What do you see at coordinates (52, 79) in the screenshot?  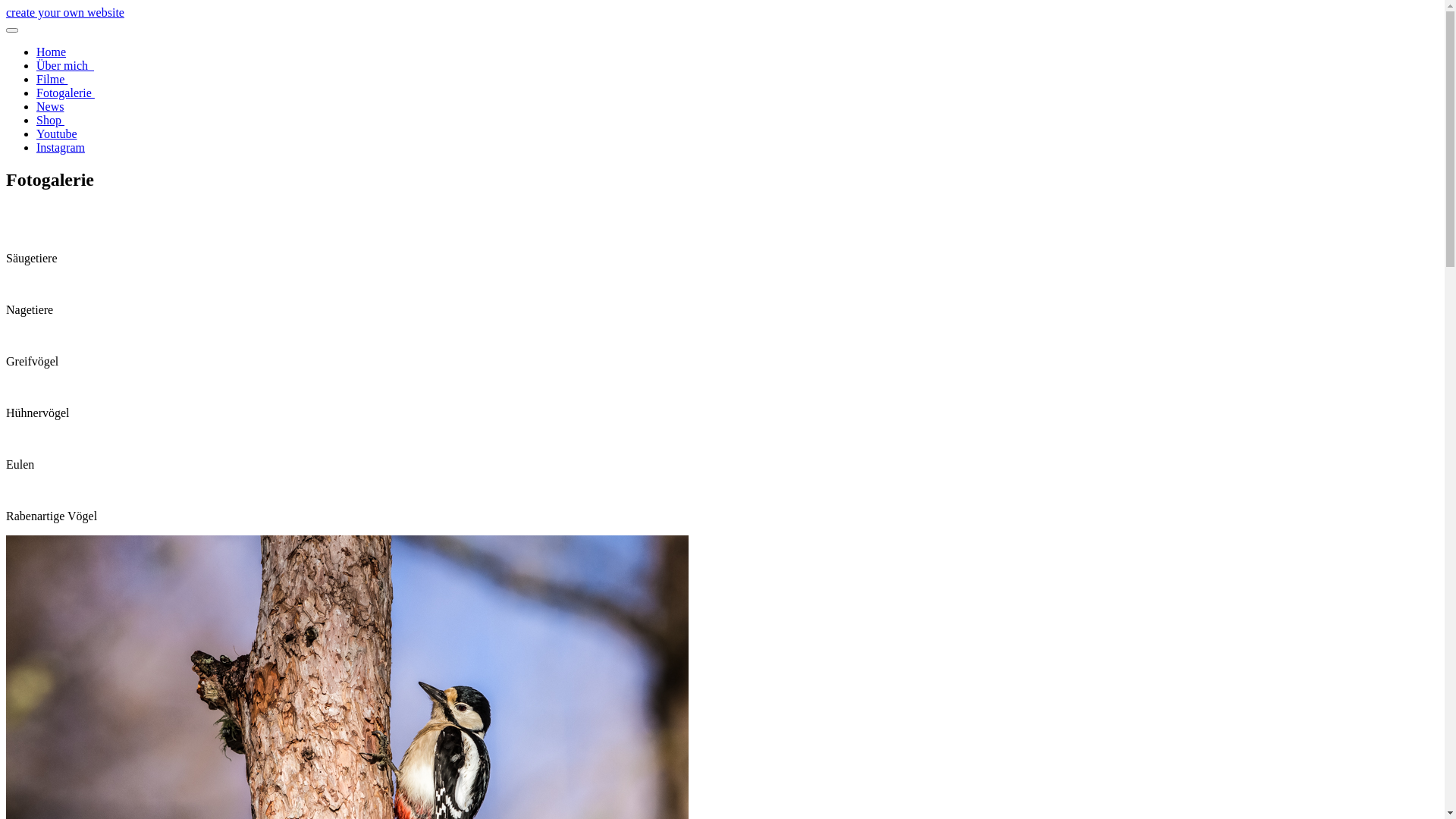 I see `'Filme '` at bounding box center [52, 79].